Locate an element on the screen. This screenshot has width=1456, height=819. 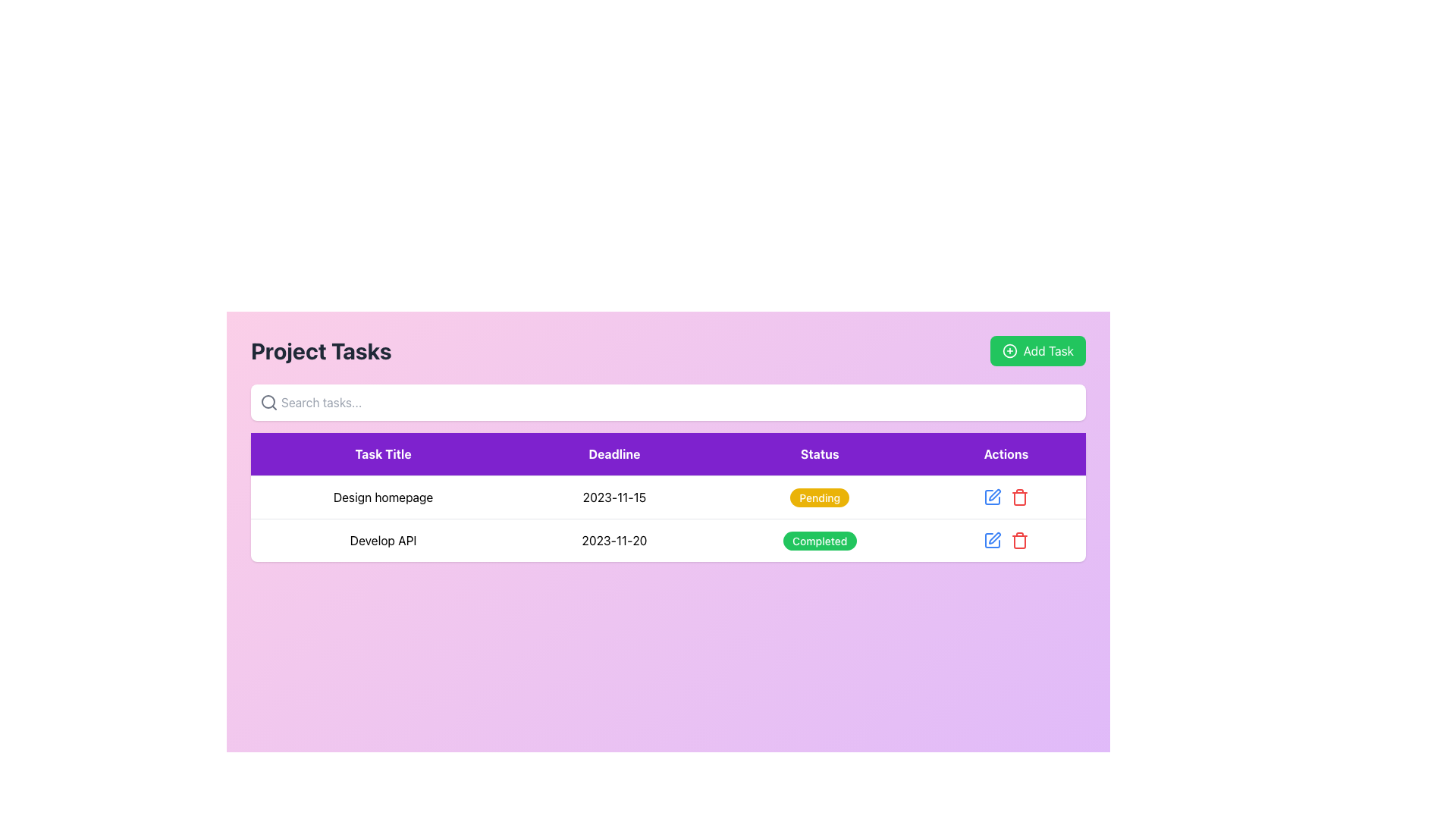
the second row of the task information table, which displays details such as title, deadline, and current status, located directly below the row labeled 'Design homepage' is located at coordinates (667, 539).